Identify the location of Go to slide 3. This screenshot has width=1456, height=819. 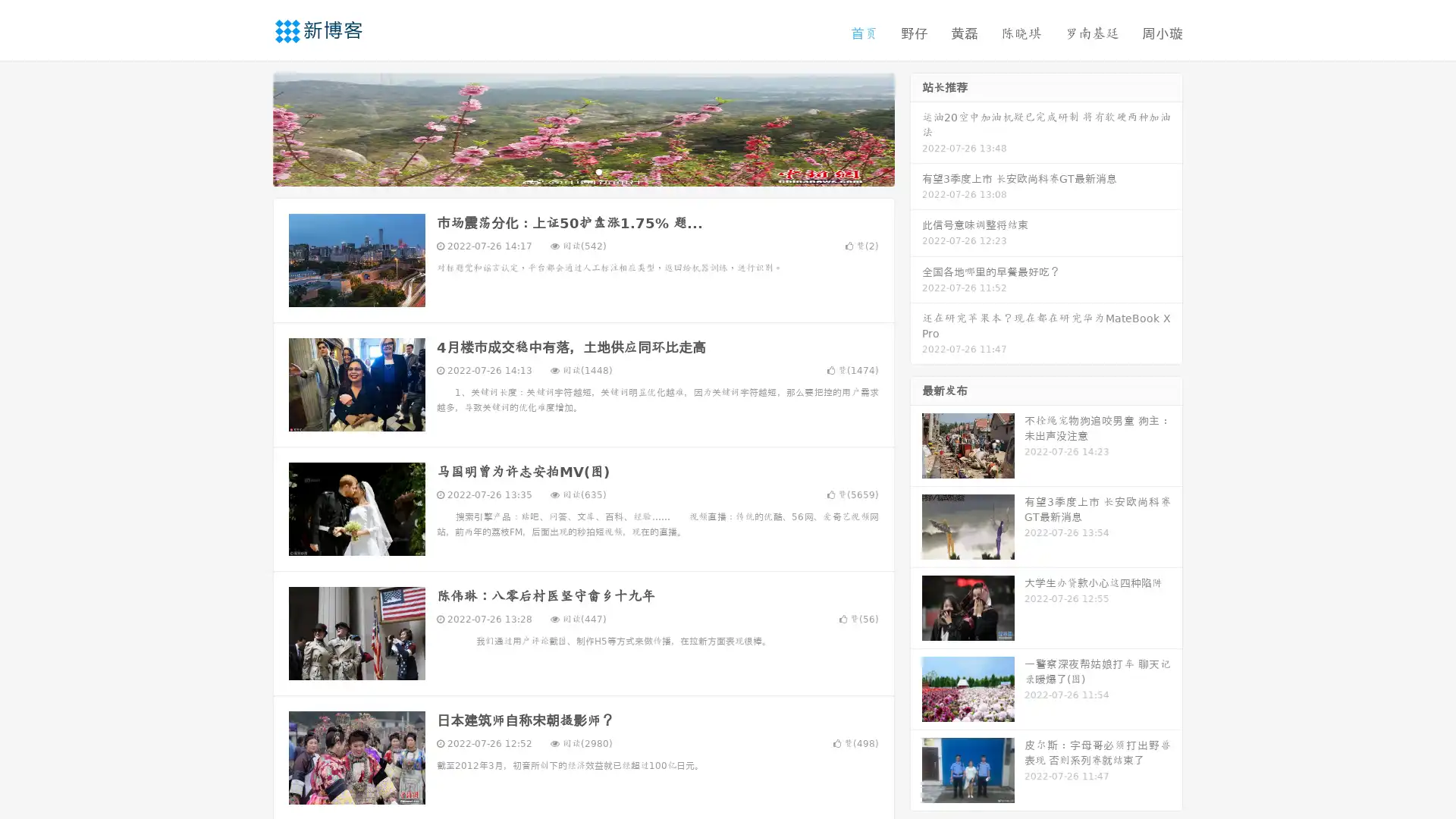
(598, 171).